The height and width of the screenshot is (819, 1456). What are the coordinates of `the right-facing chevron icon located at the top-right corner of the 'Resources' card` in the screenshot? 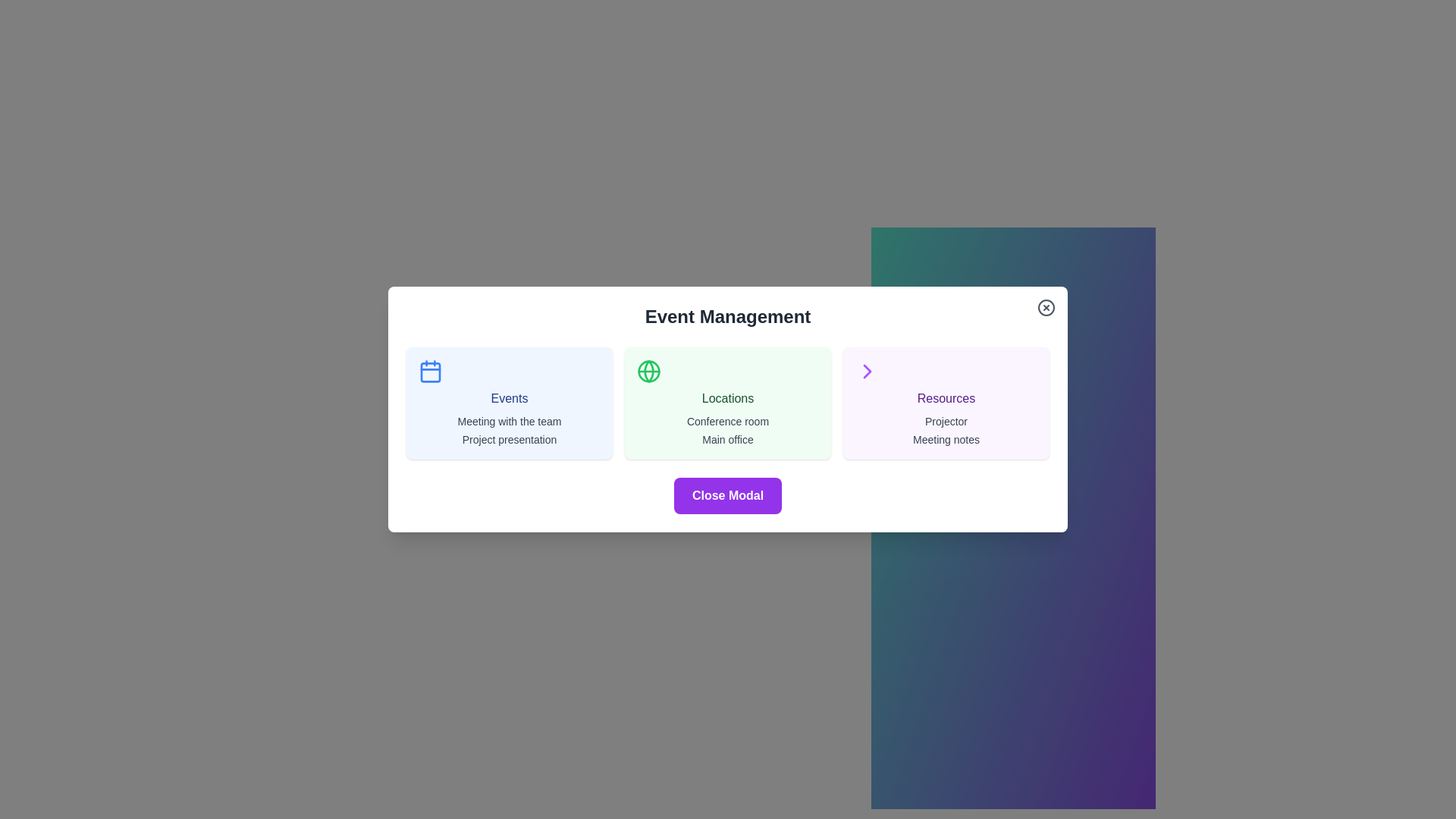 It's located at (867, 371).